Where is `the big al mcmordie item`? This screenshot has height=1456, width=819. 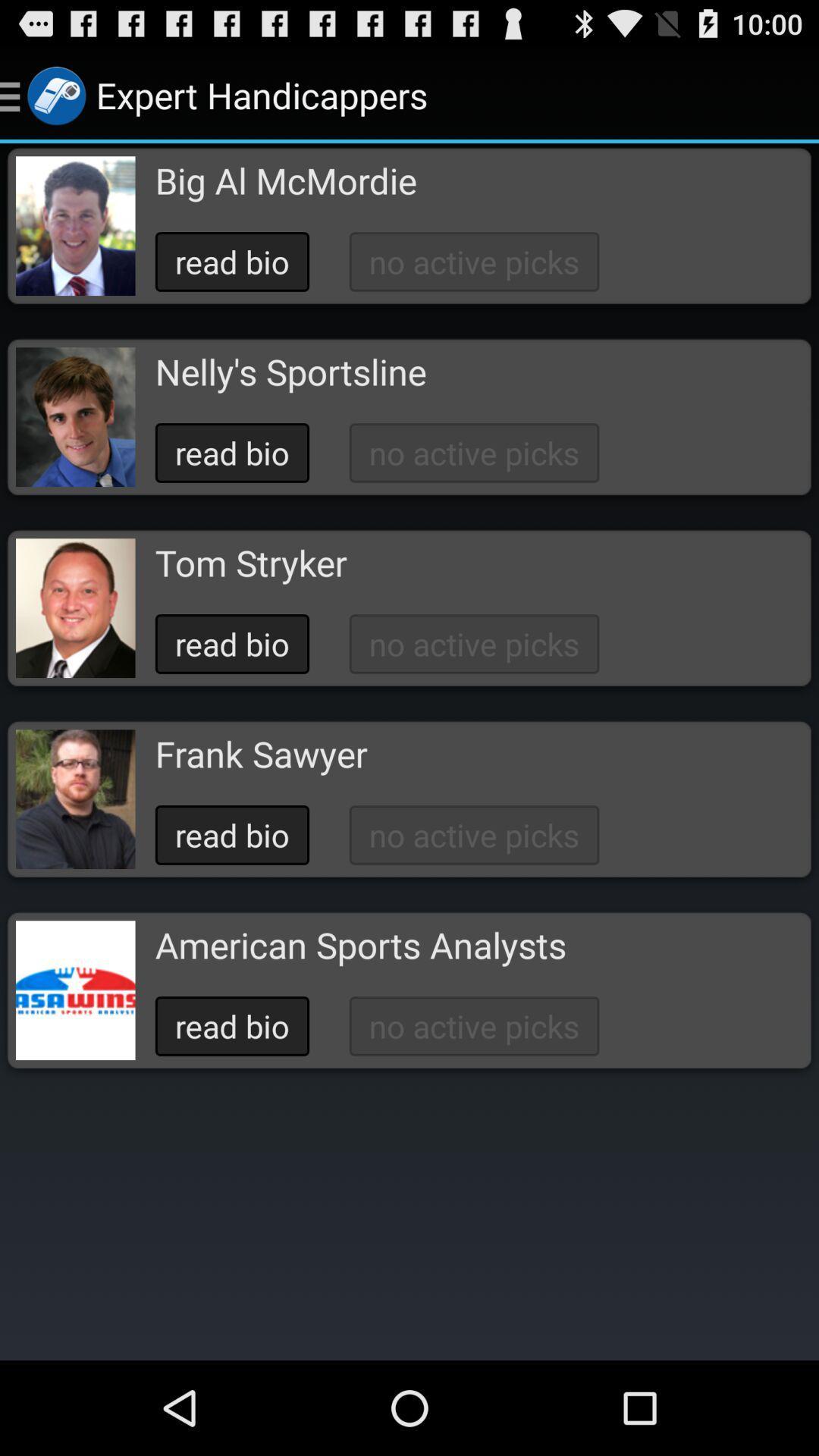 the big al mcmordie item is located at coordinates (286, 180).